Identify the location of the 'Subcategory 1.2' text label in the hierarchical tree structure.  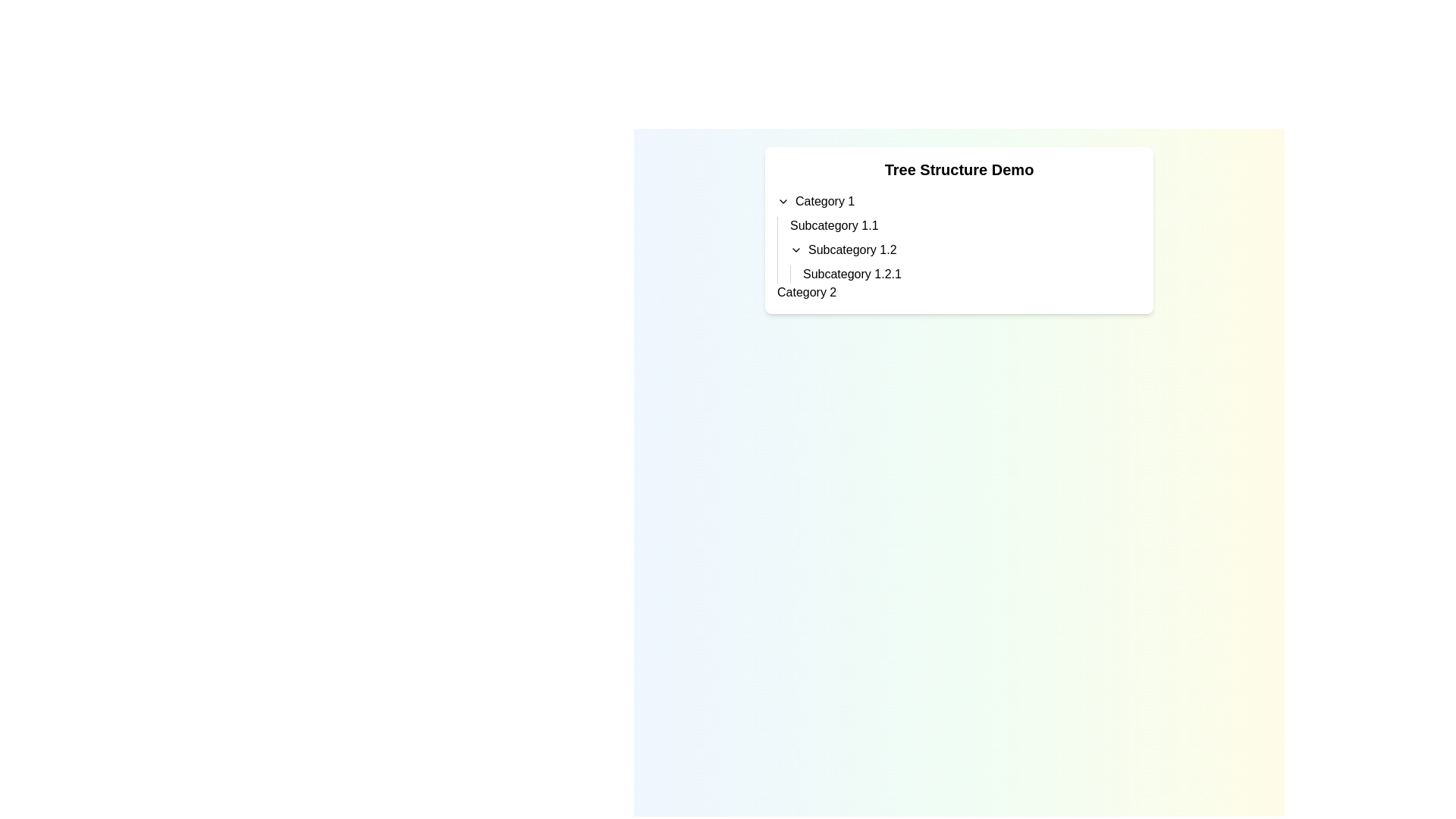
(852, 249).